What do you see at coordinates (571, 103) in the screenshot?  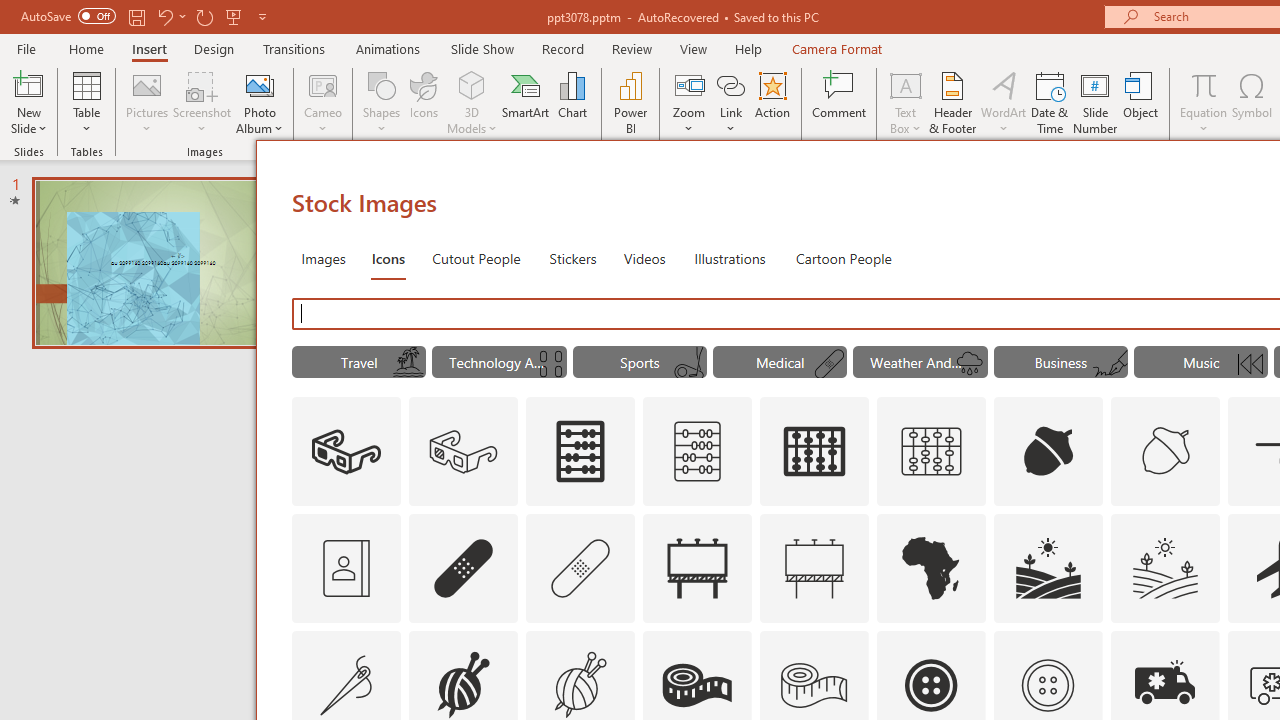 I see `'Chart...'` at bounding box center [571, 103].